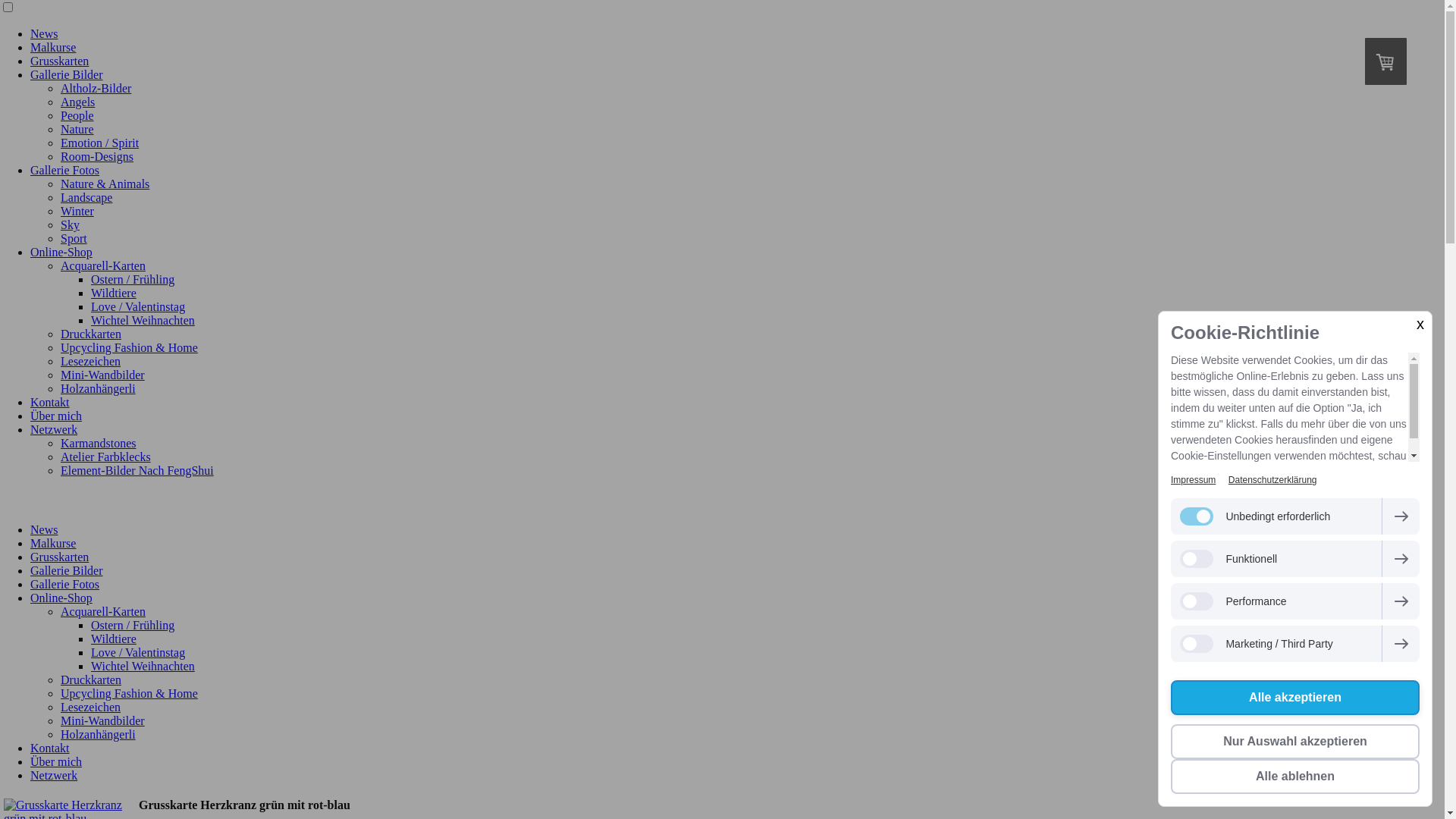 The image size is (1456, 819). What do you see at coordinates (90, 333) in the screenshot?
I see `'Druckkarten'` at bounding box center [90, 333].